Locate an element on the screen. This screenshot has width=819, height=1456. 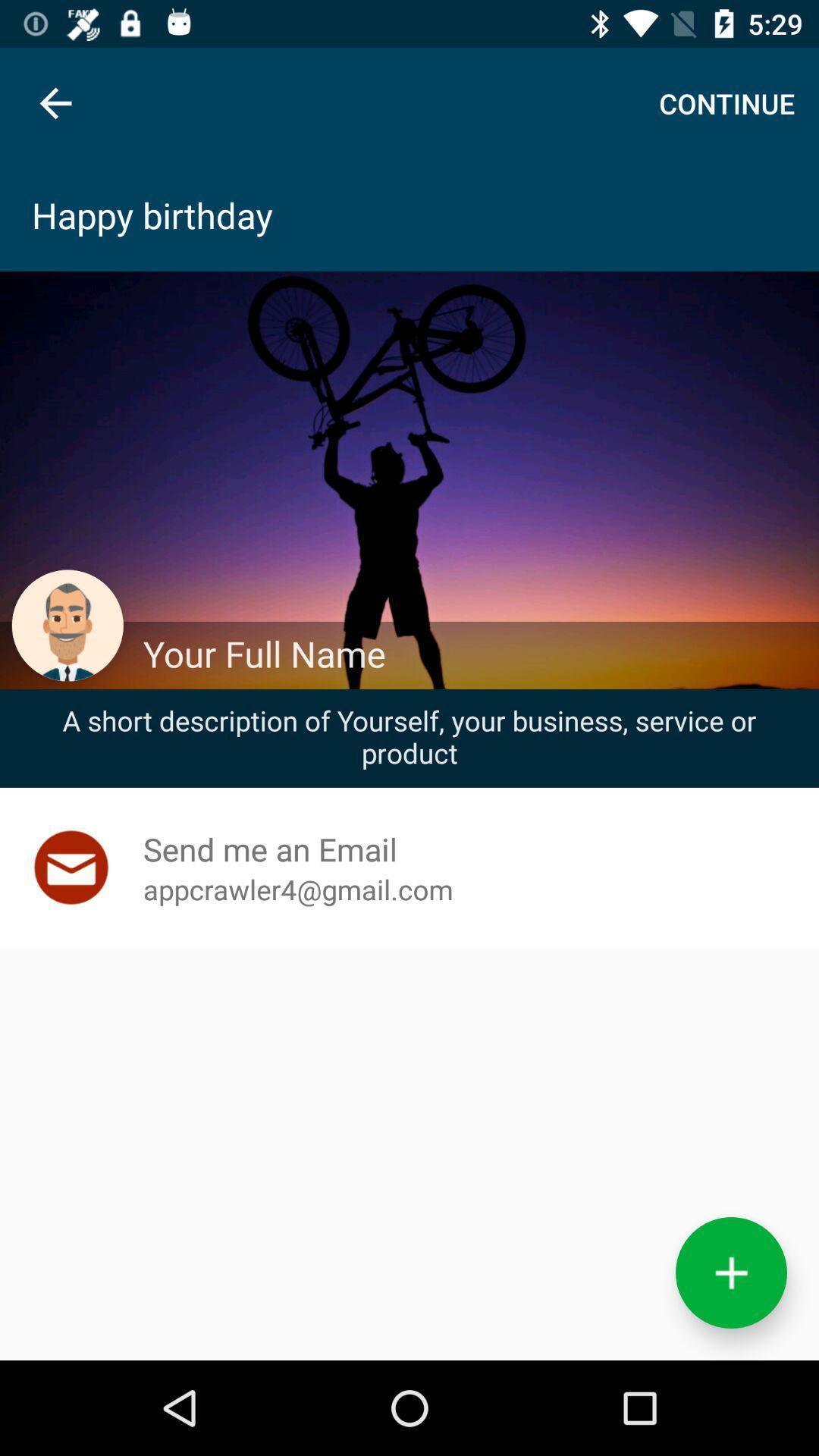
icon below the happy birthday is located at coordinates (472, 654).